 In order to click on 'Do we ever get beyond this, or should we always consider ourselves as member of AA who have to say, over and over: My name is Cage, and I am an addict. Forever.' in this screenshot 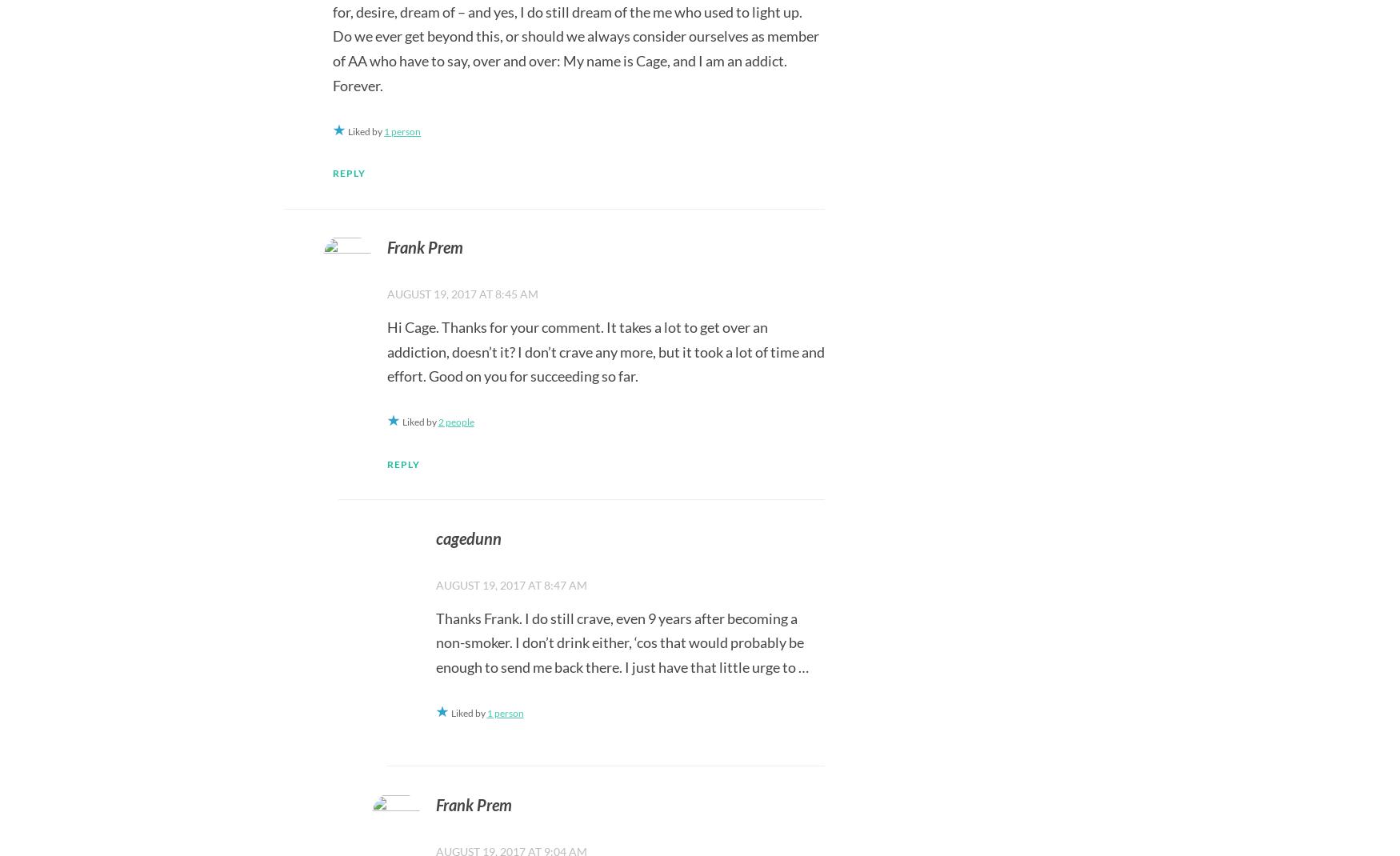, I will do `click(575, 59)`.